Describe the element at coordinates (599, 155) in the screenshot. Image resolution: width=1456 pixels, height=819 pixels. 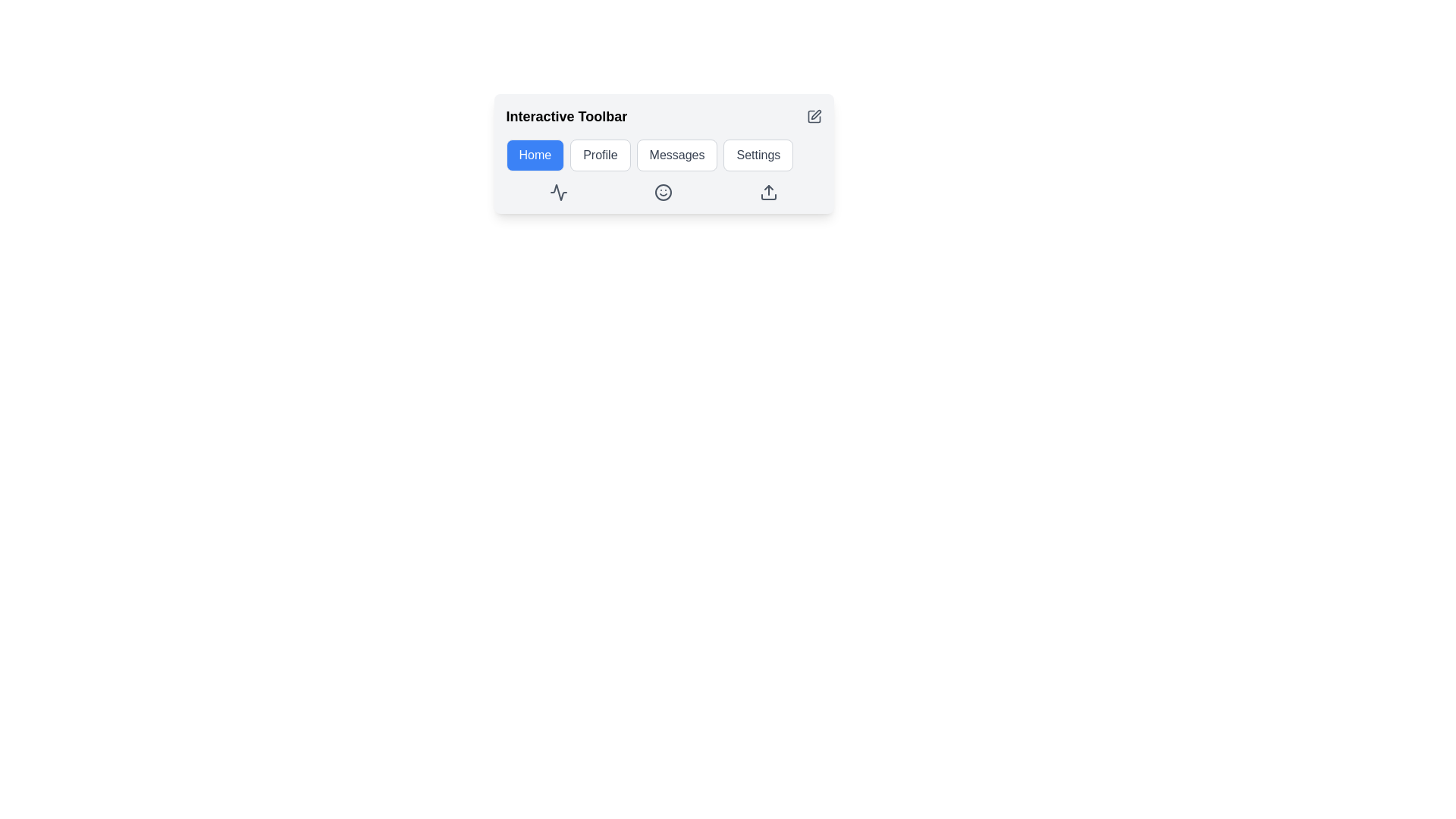
I see `the 'Profile' button, which is the second button in a horizontal navigation bar` at that location.